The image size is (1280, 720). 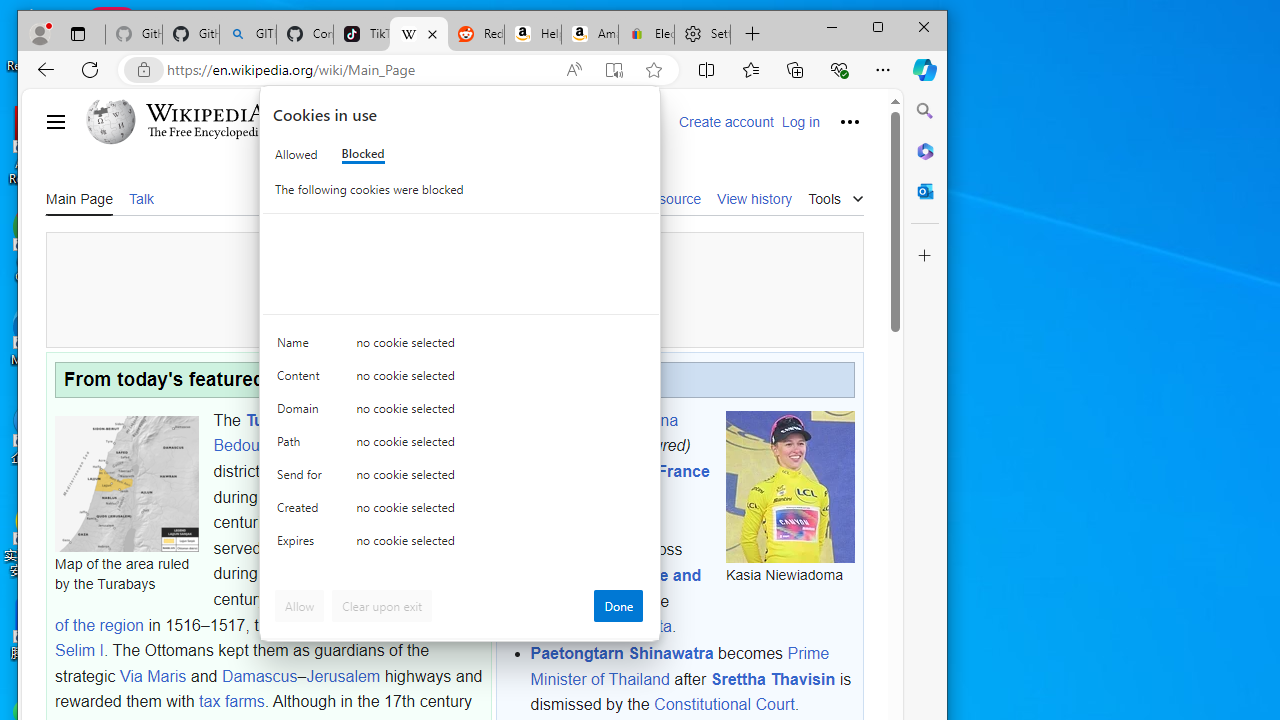 What do you see at coordinates (301, 445) in the screenshot?
I see `'Path'` at bounding box center [301, 445].